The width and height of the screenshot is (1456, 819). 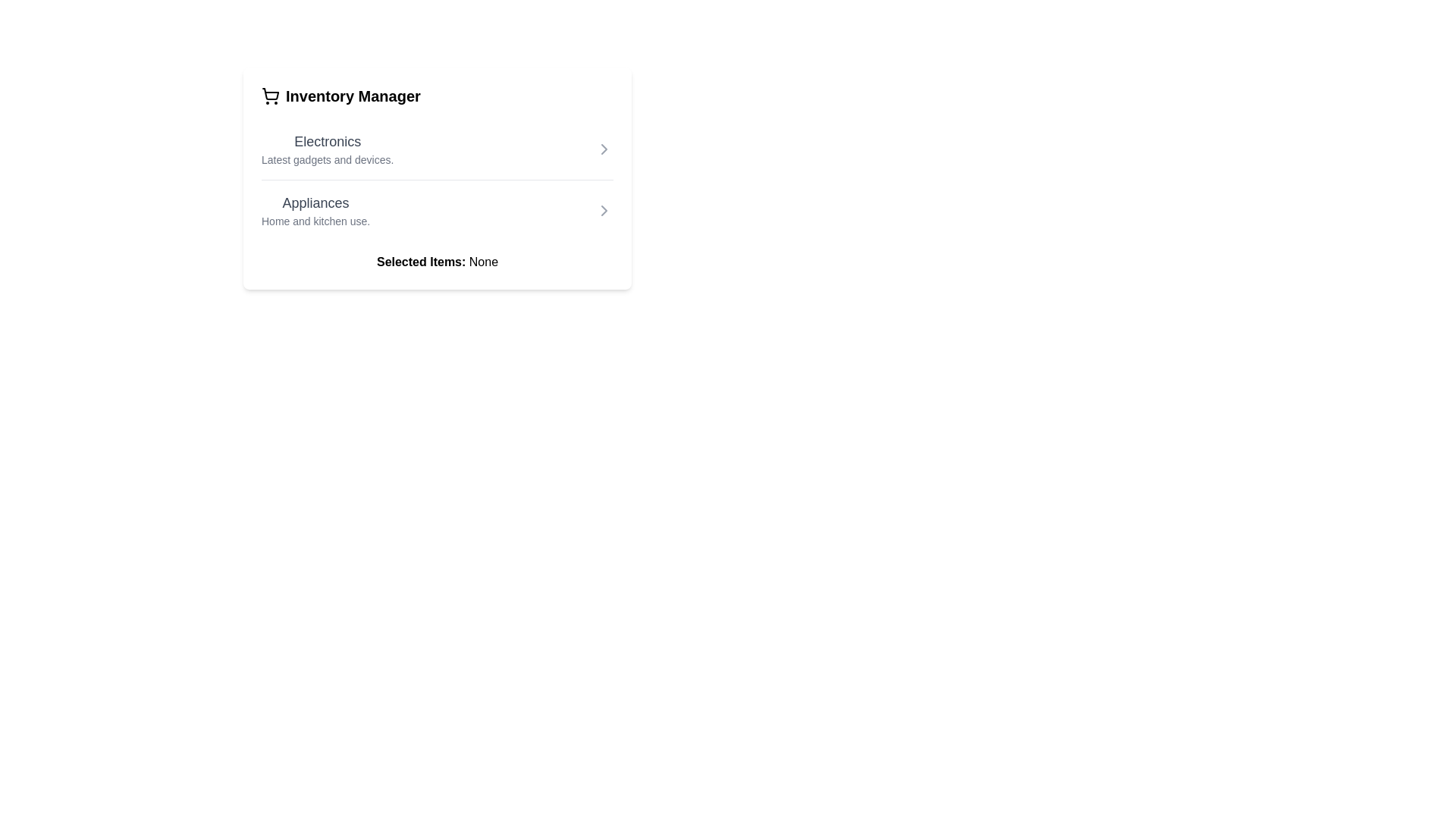 What do you see at coordinates (603, 210) in the screenshot?
I see `the Chevron icon that leads to more details for the 'Appliances' category, located at the far right of the second row` at bounding box center [603, 210].